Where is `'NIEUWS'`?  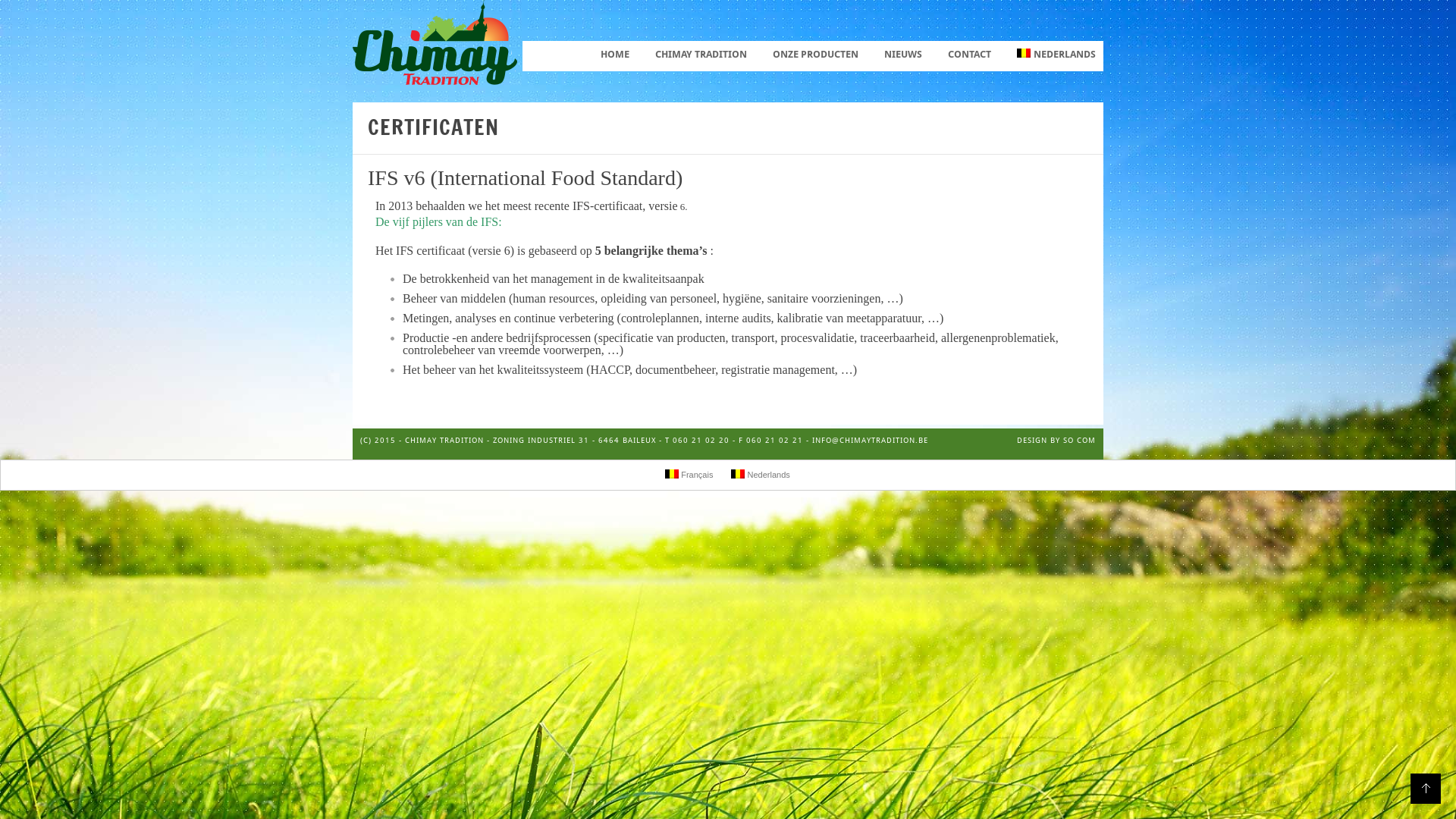
'NIEUWS' is located at coordinates (902, 54).